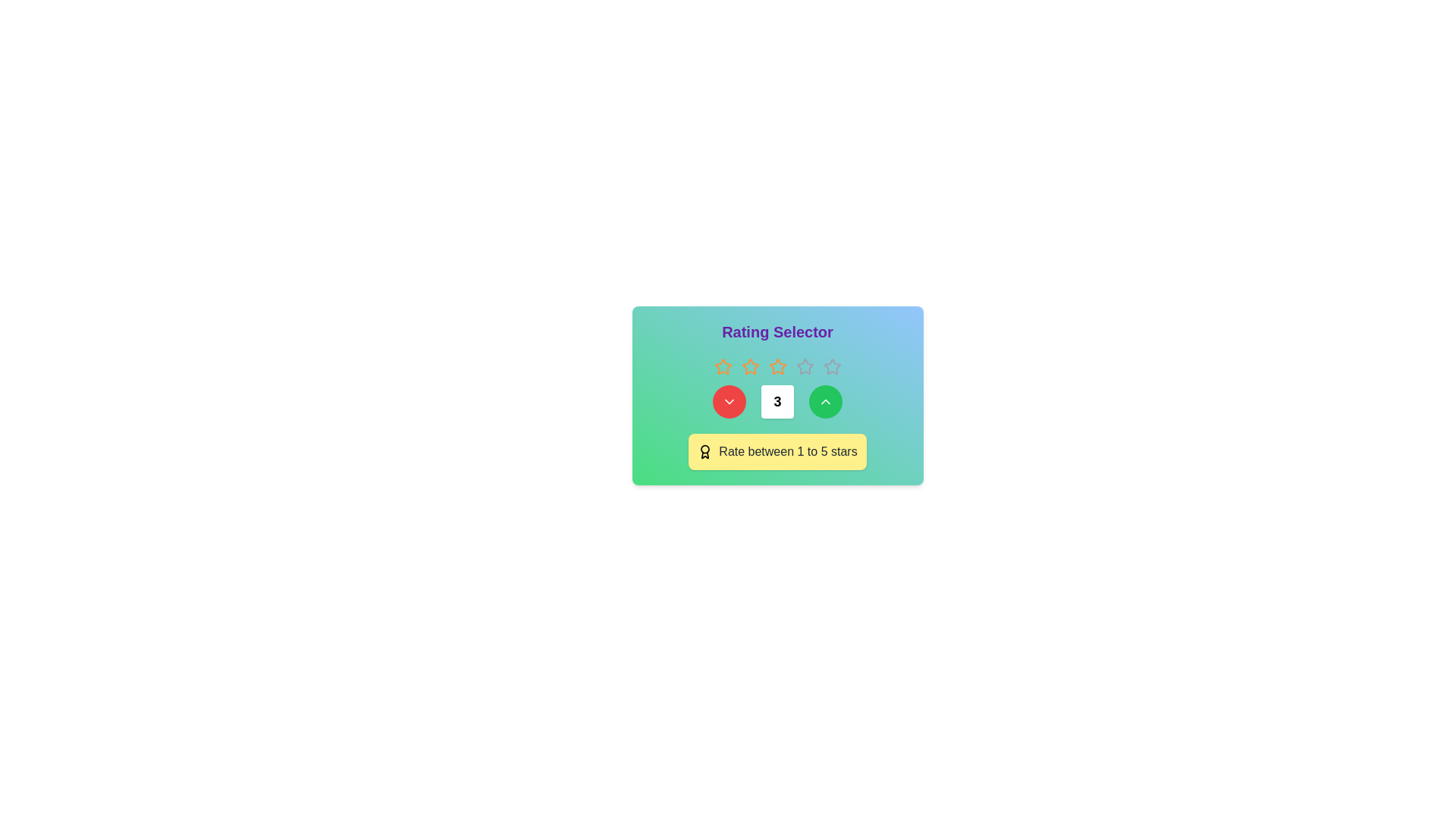 Image resolution: width=1456 pixels, height=819 pixels. What do you see at coordinates (722, 366) in the screenshot?
I see `the first star icon, which is an orange star with a hollow center and bold outline` at bounding box center [722, 366].